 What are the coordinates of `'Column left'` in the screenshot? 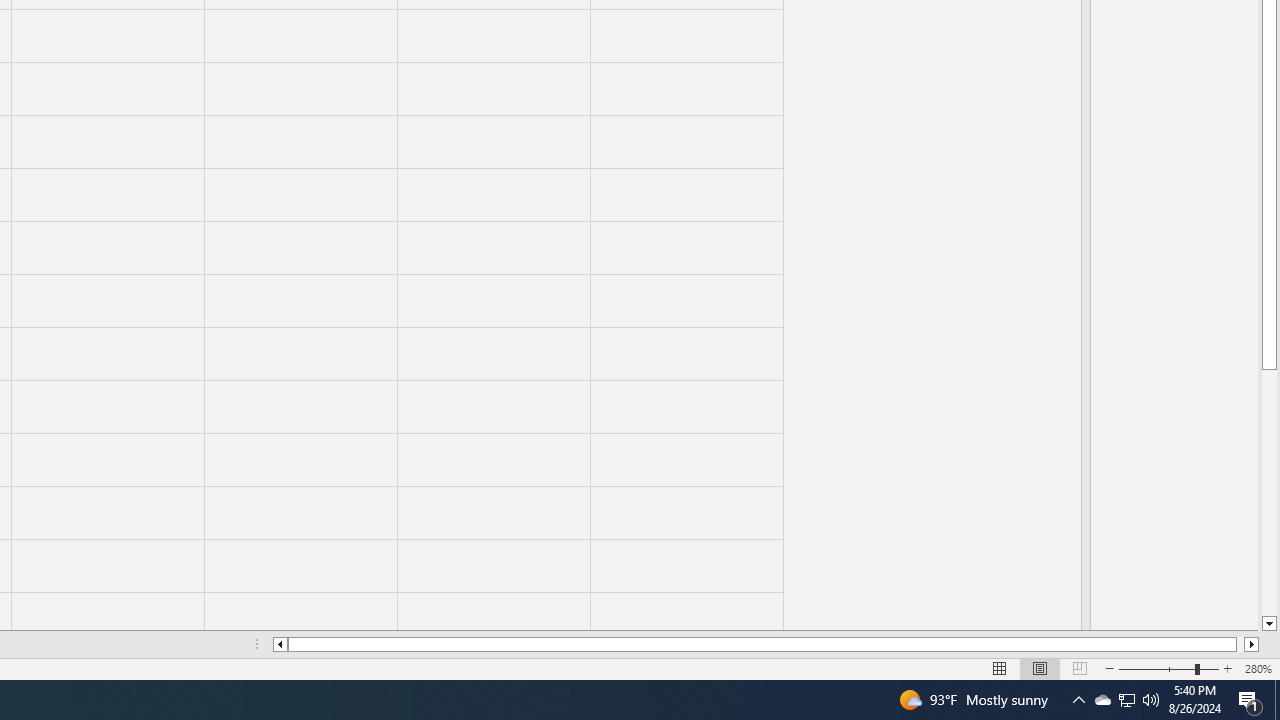 It's located at (278, 644).